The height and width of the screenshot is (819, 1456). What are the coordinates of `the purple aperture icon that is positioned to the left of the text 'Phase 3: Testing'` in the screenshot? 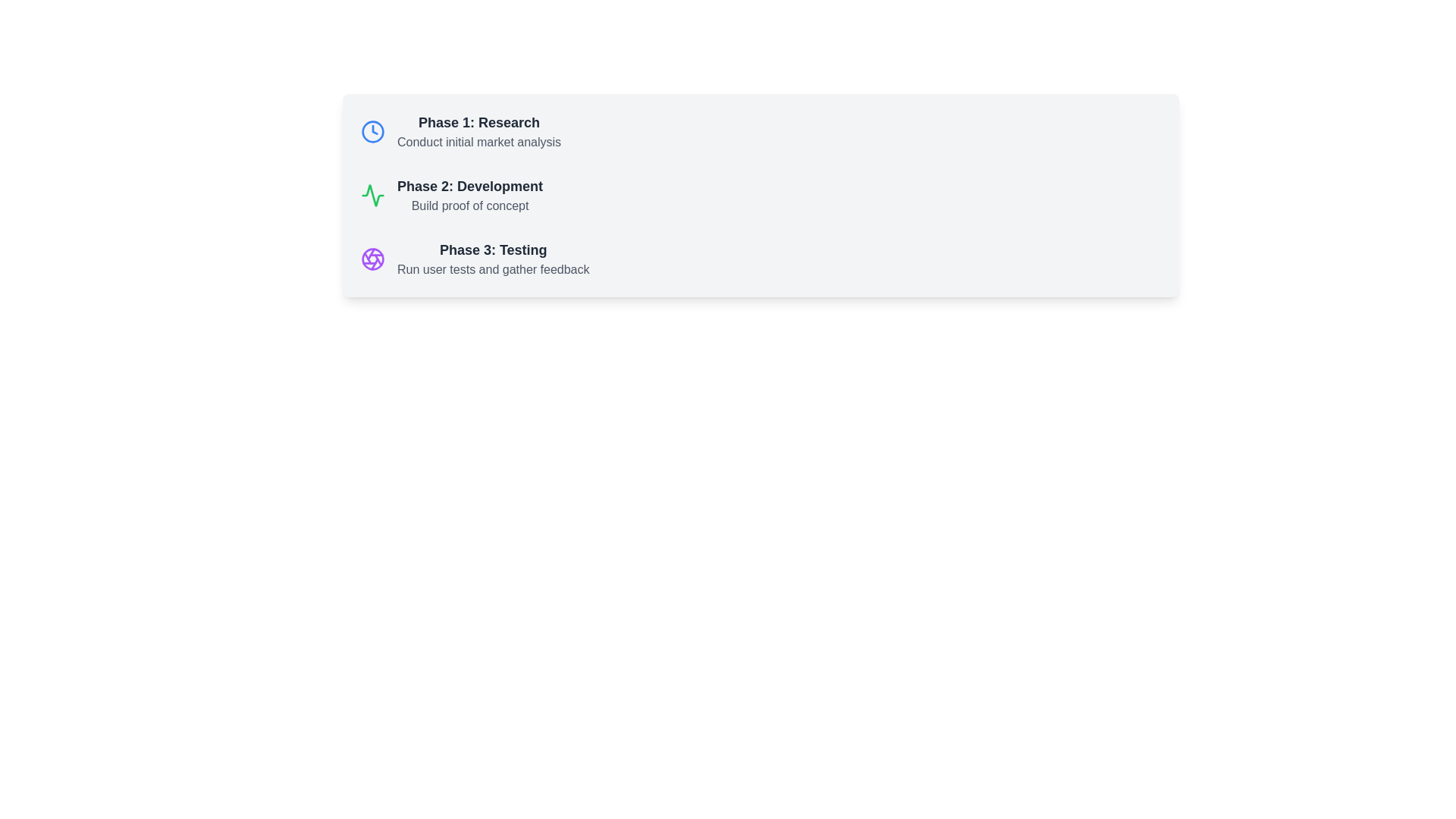 It's located at (372, 259).